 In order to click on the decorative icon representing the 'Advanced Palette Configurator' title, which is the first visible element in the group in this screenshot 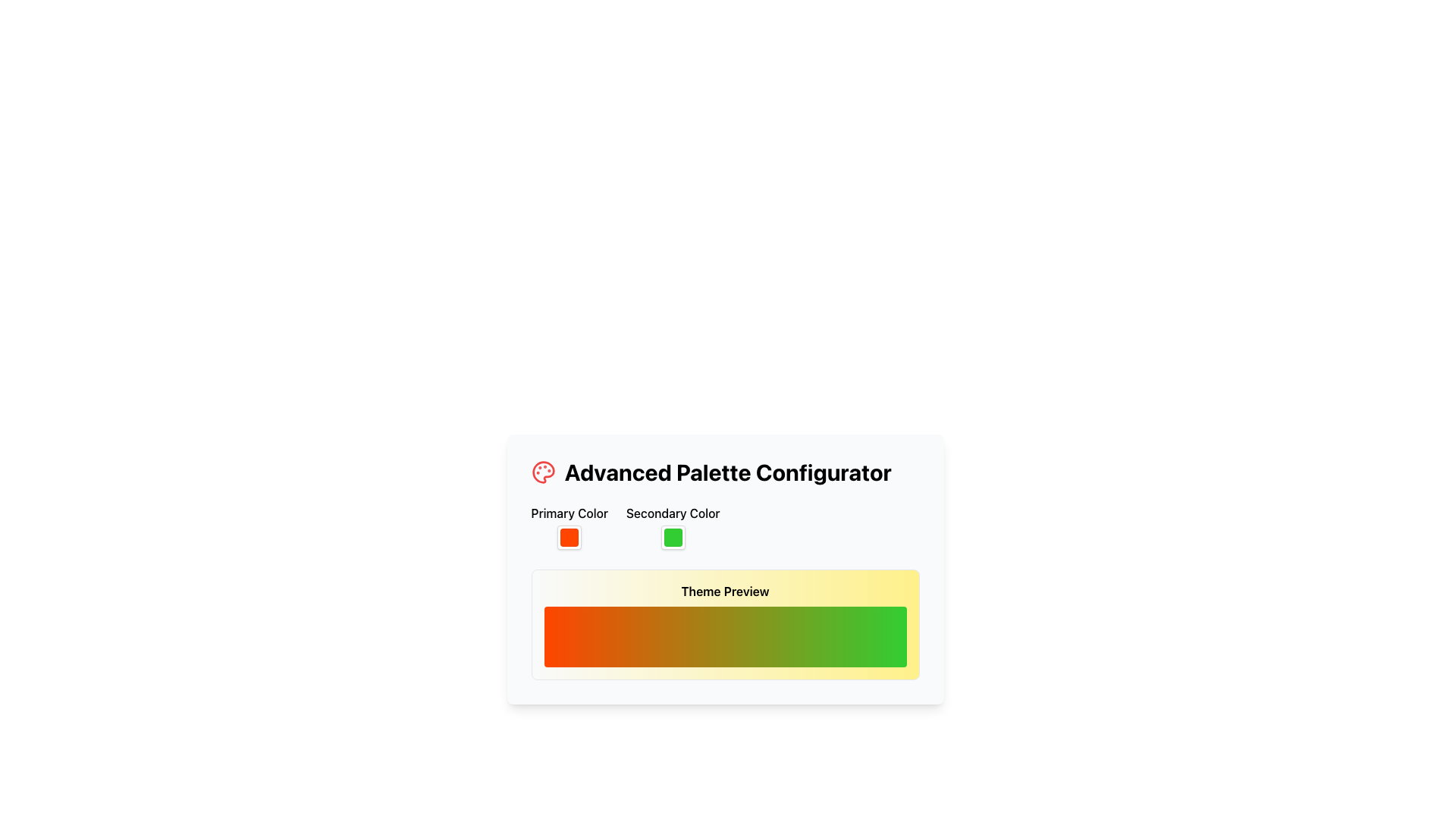, I will do `click(543, 472)`.